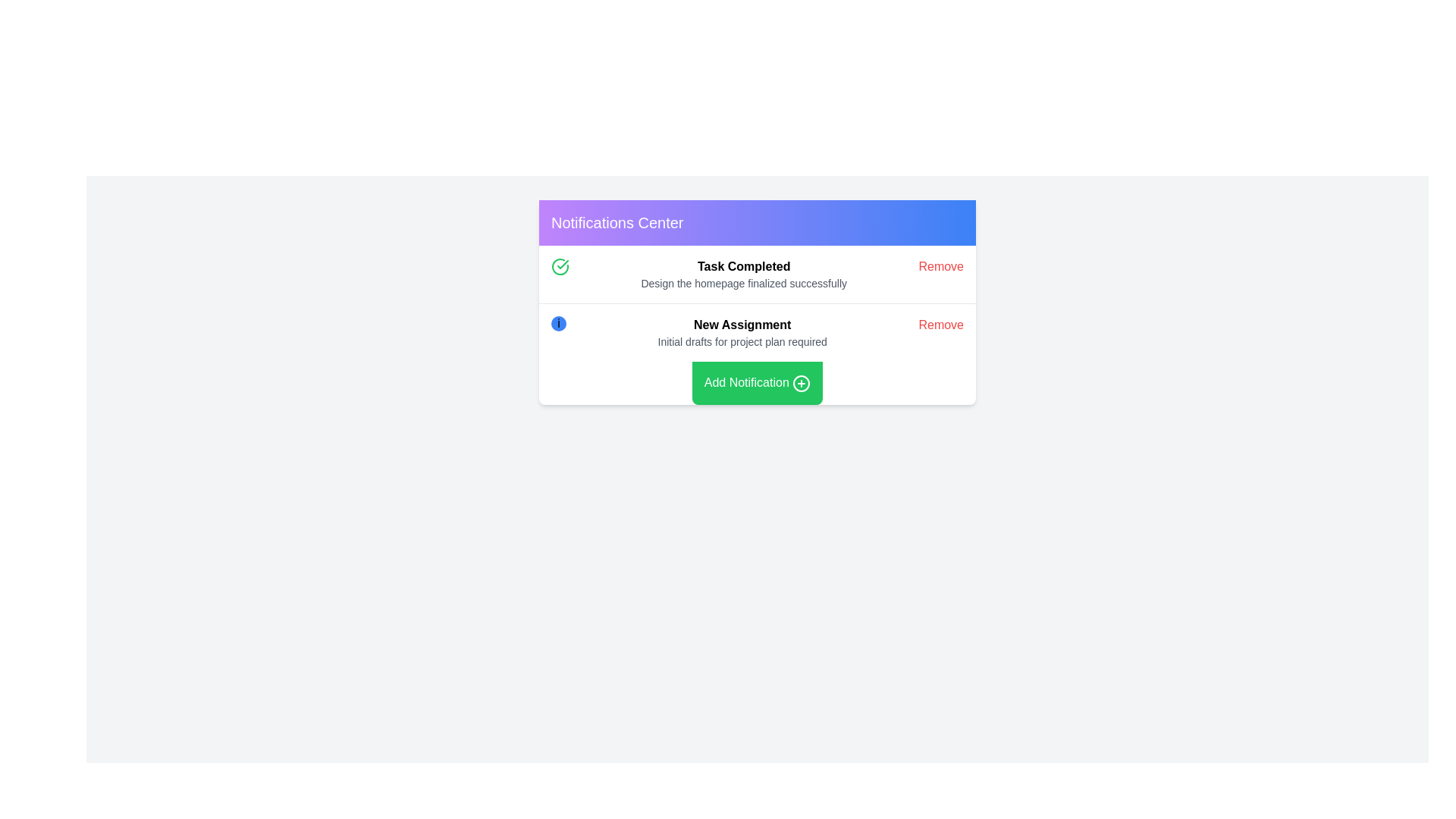 Image resolution: width=1456 pixels, height=819 pixels. What do you see at coordinates (757, 275) in the screenshot?
I see `title and subtitle of the first notification entry in the notification card that informs about the completion of a task` at bounding box center [757, 275].